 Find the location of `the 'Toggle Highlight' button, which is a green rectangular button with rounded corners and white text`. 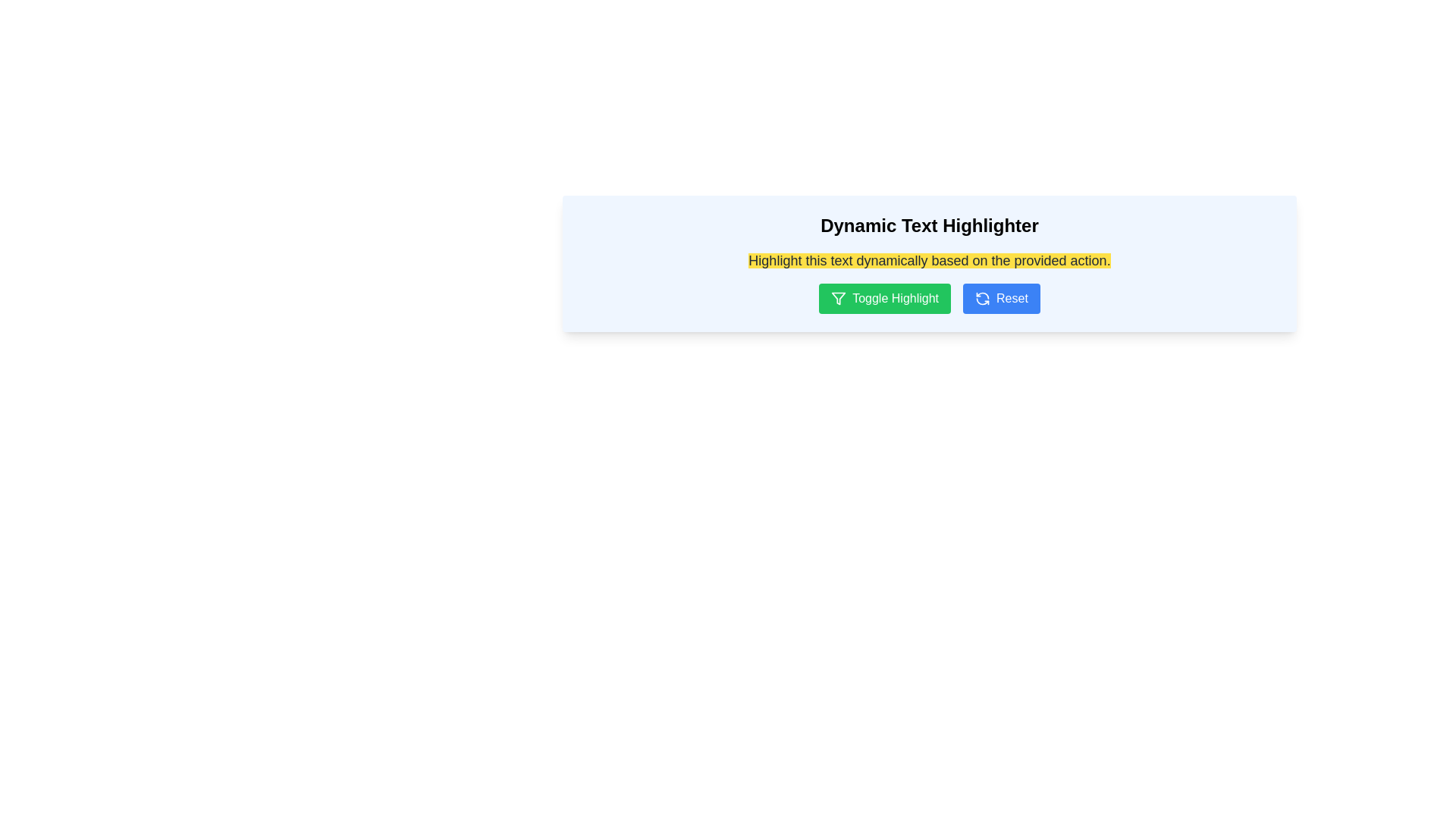

the 'Toggle Highlight' button, which is a green rectangular button with rounded corners and white text is located at coordinates (885, 298).